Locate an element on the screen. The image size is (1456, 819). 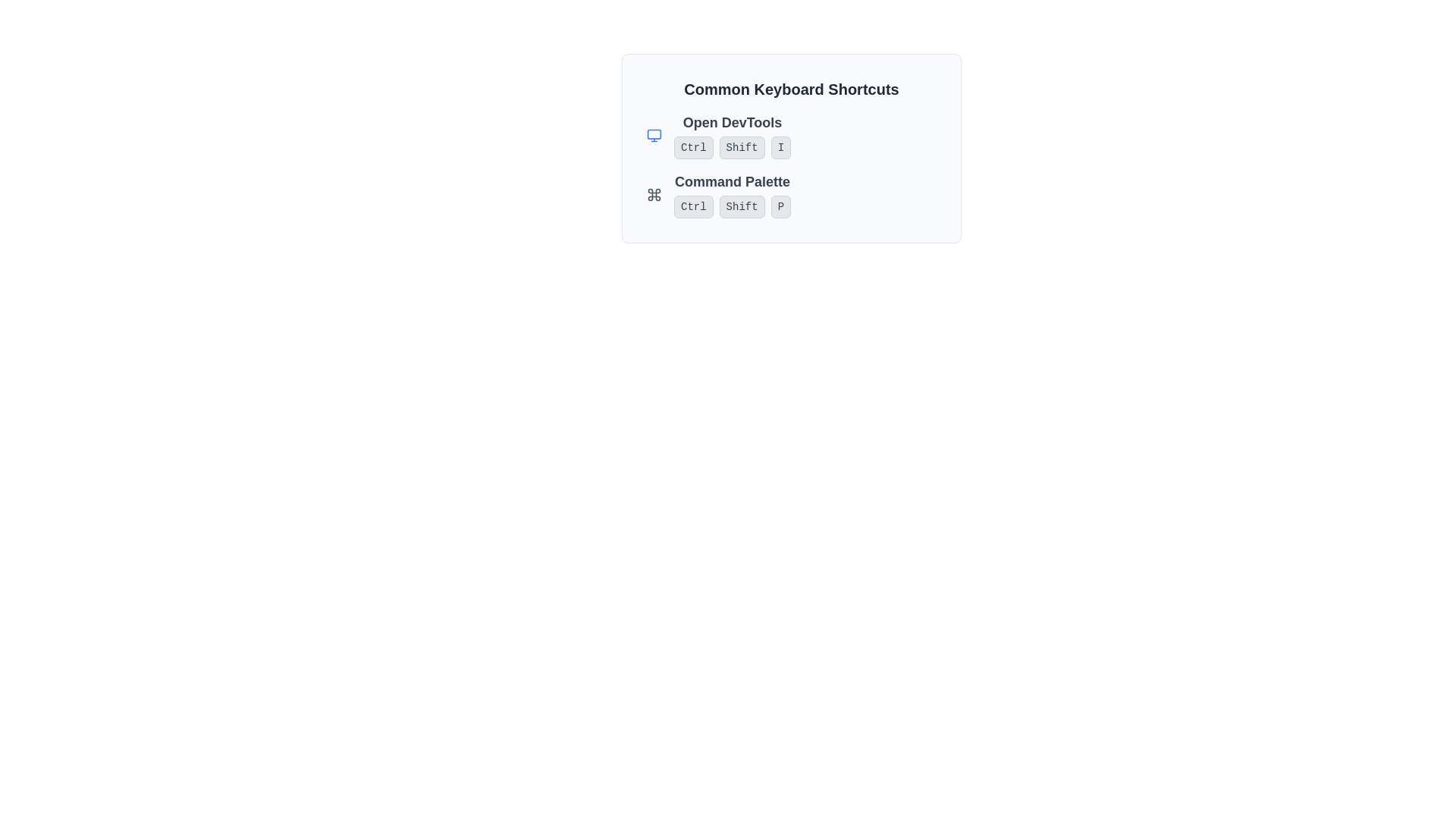
the Informative shortcut description that indicates the shortcut keys for the Command Palette, located below the 'Open DevTools' entry in the 'Common Keyboard Shortcuts' section is located at coordinates (790, 194).